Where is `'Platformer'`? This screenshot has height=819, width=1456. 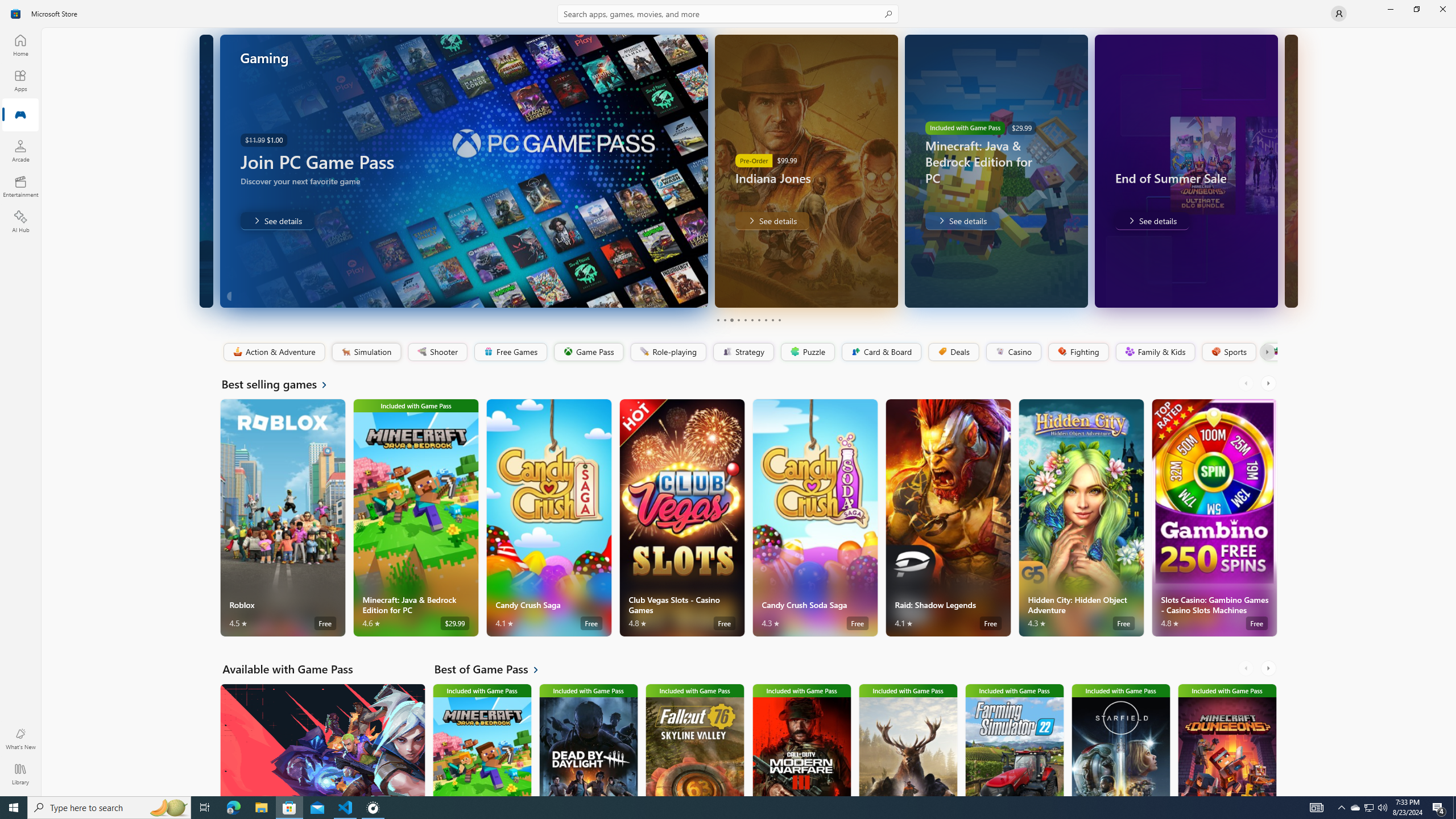
'Platformer' is located at coordinates (1269, 351).